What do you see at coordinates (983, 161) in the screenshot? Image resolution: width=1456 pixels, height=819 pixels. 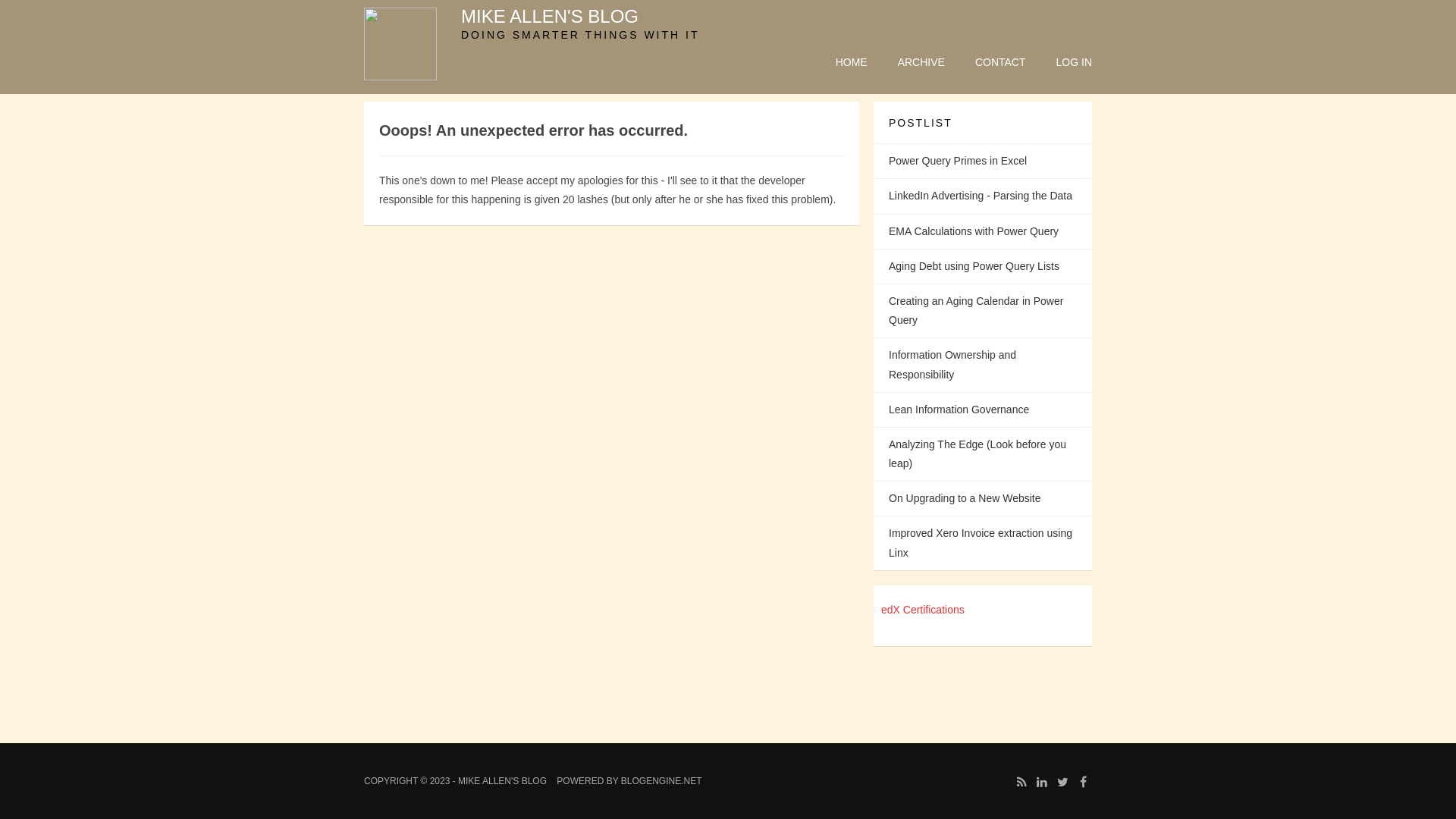 I see `'Power Query Primes in Excel'` at bounding box center [983, 161].